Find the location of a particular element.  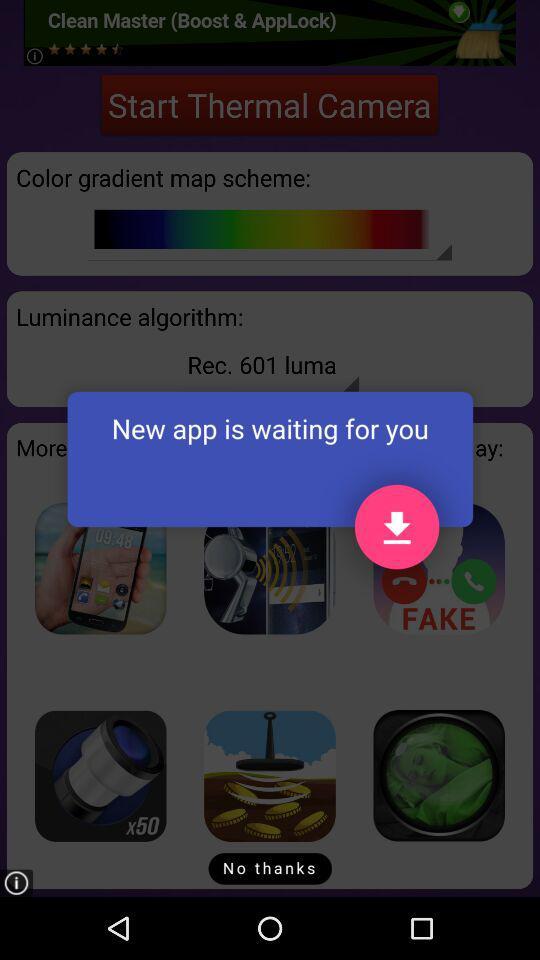

telescope is located at coordinates (99, 775).